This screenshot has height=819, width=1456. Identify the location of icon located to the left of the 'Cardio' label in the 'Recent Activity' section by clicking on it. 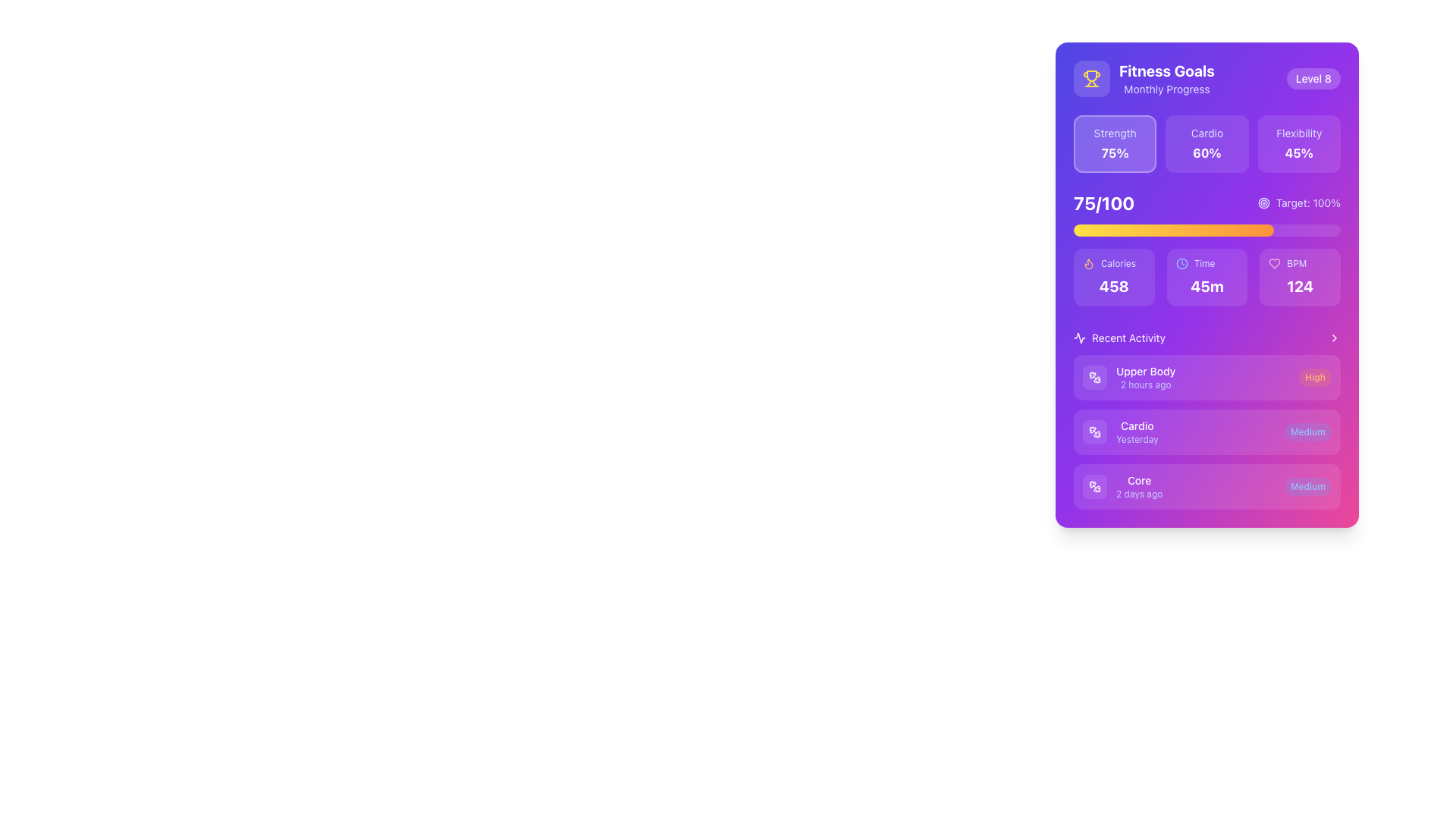
(1095, 432).